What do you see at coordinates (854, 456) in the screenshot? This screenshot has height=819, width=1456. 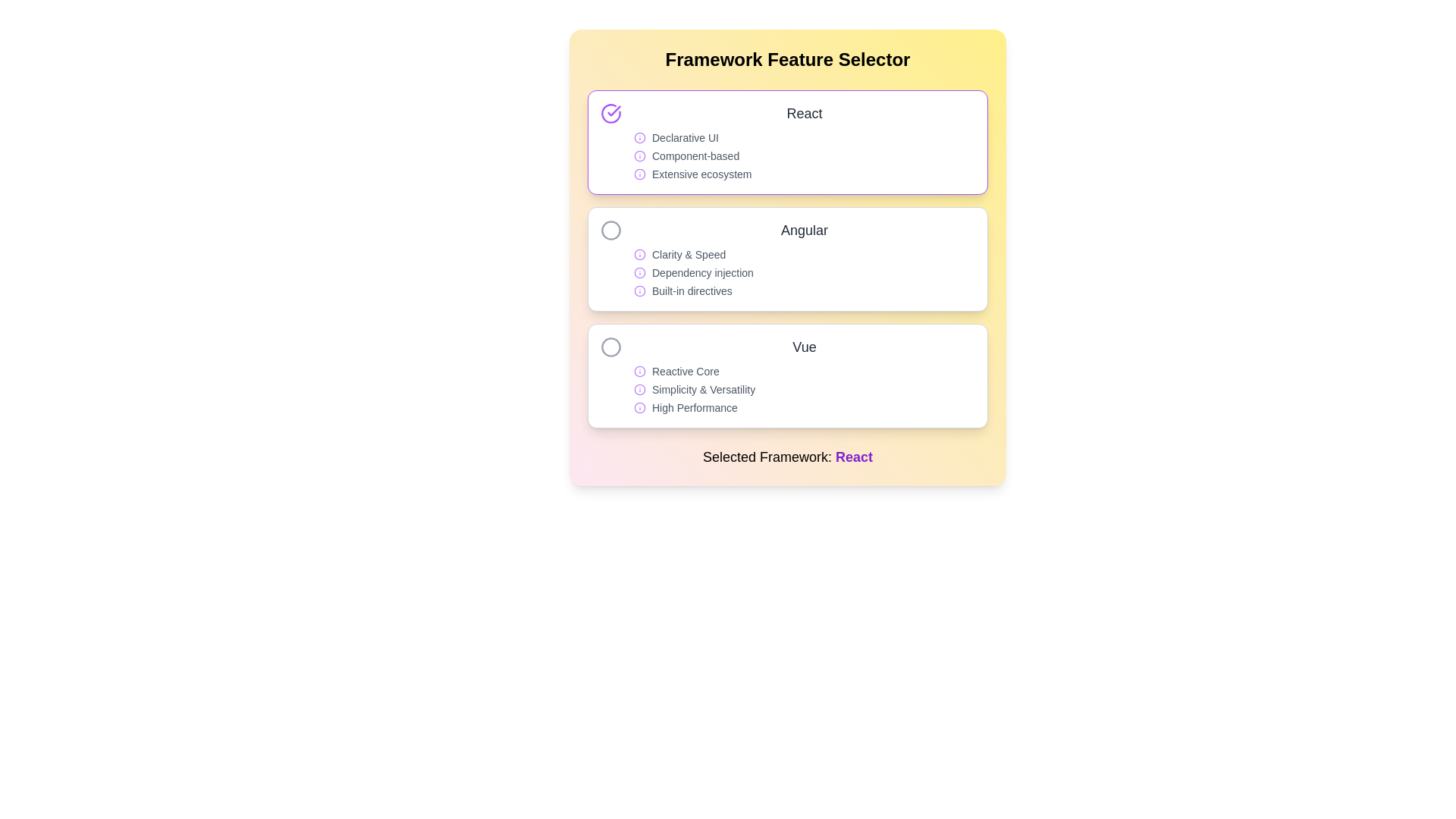 I see `the text label that indicates the currently selected framework, which displays 'React' and is located at the bottom of the interface` at bounding box center [854, 456].